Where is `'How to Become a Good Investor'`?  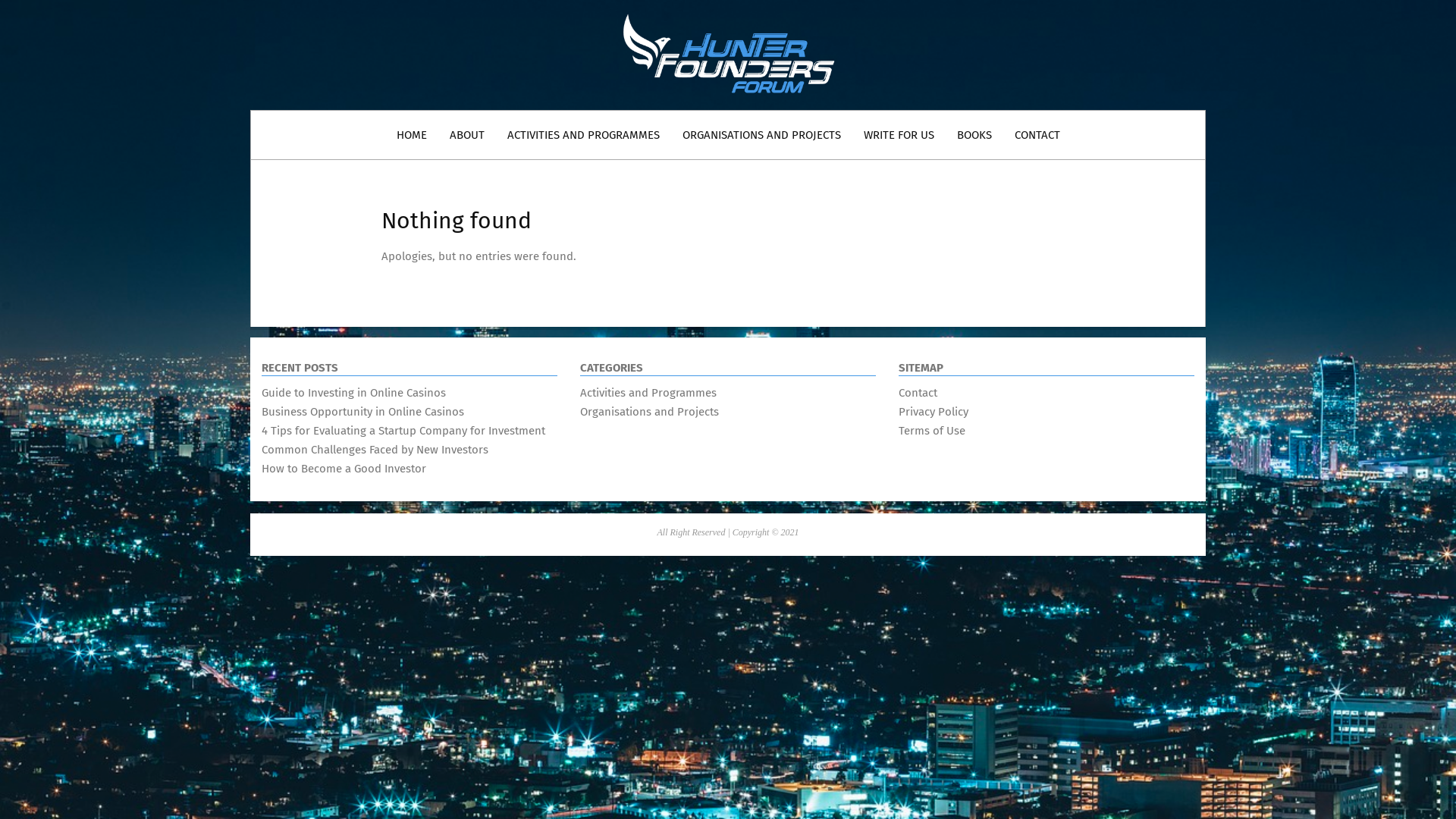 'How to Become a Good Investor' is located at coordinates (262, 467).